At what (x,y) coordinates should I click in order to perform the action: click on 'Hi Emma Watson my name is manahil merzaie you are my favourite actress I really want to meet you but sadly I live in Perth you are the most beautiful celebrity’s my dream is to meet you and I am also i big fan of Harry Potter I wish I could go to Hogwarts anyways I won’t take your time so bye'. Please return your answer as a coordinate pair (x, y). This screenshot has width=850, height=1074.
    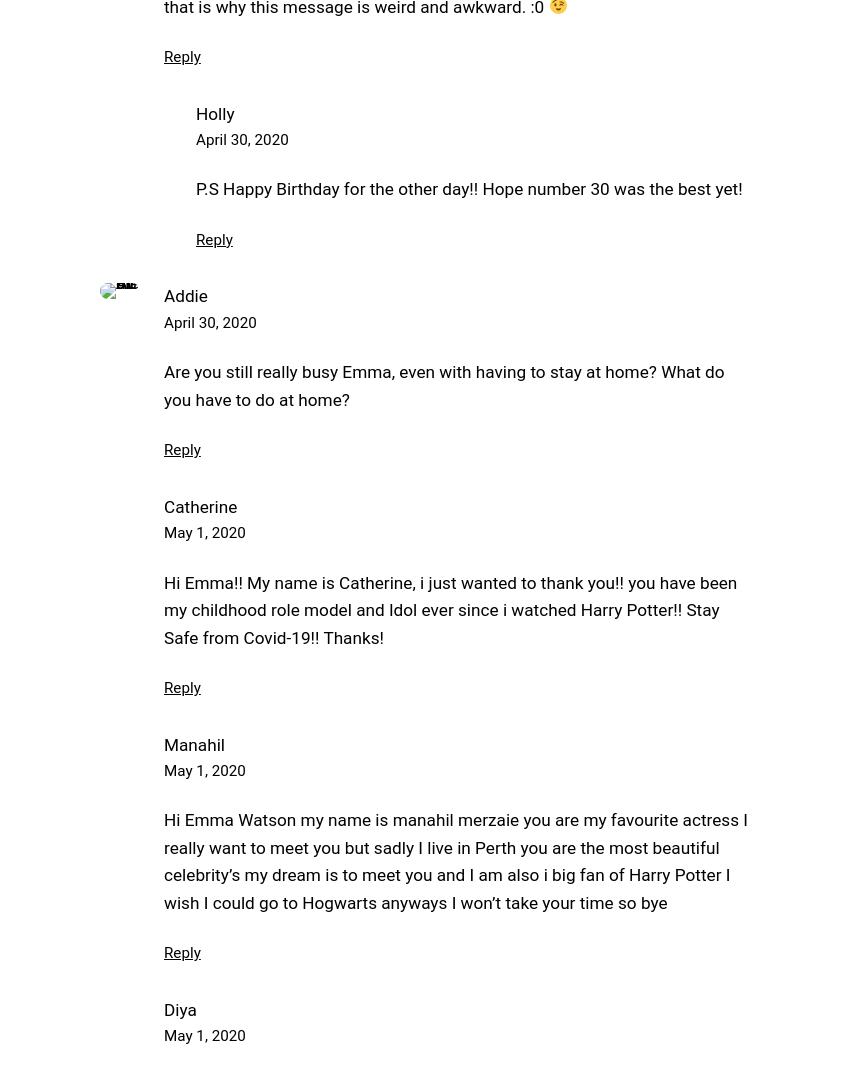
    Looking at the image, I should click on (454, 860).